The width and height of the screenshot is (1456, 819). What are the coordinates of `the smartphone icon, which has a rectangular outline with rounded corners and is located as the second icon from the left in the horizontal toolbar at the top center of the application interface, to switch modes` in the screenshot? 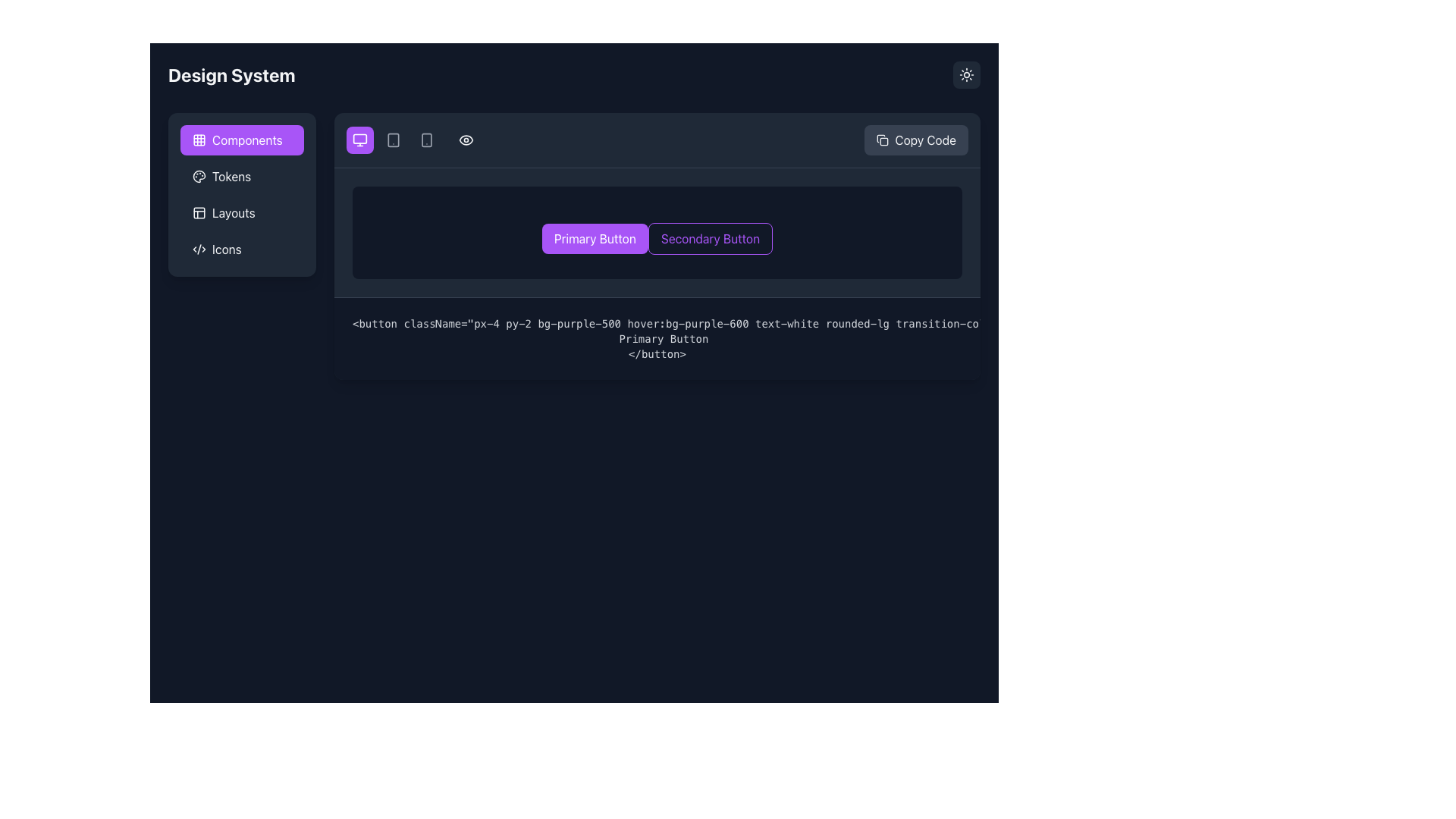 It's located at (425, 140).